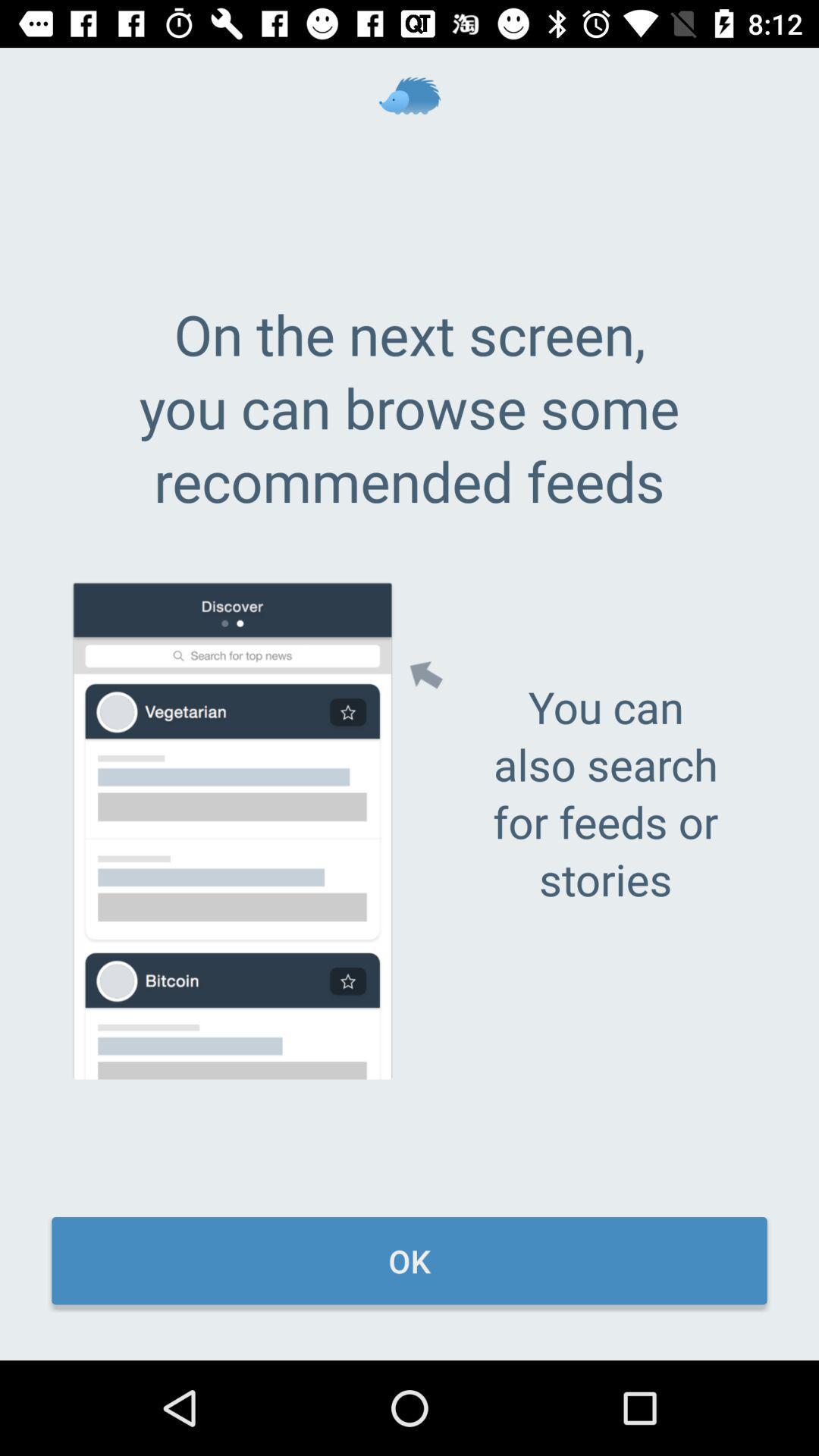 The width and height of the screenshot is (819, 1456). I want to click on the ok, so click(409, 1260).